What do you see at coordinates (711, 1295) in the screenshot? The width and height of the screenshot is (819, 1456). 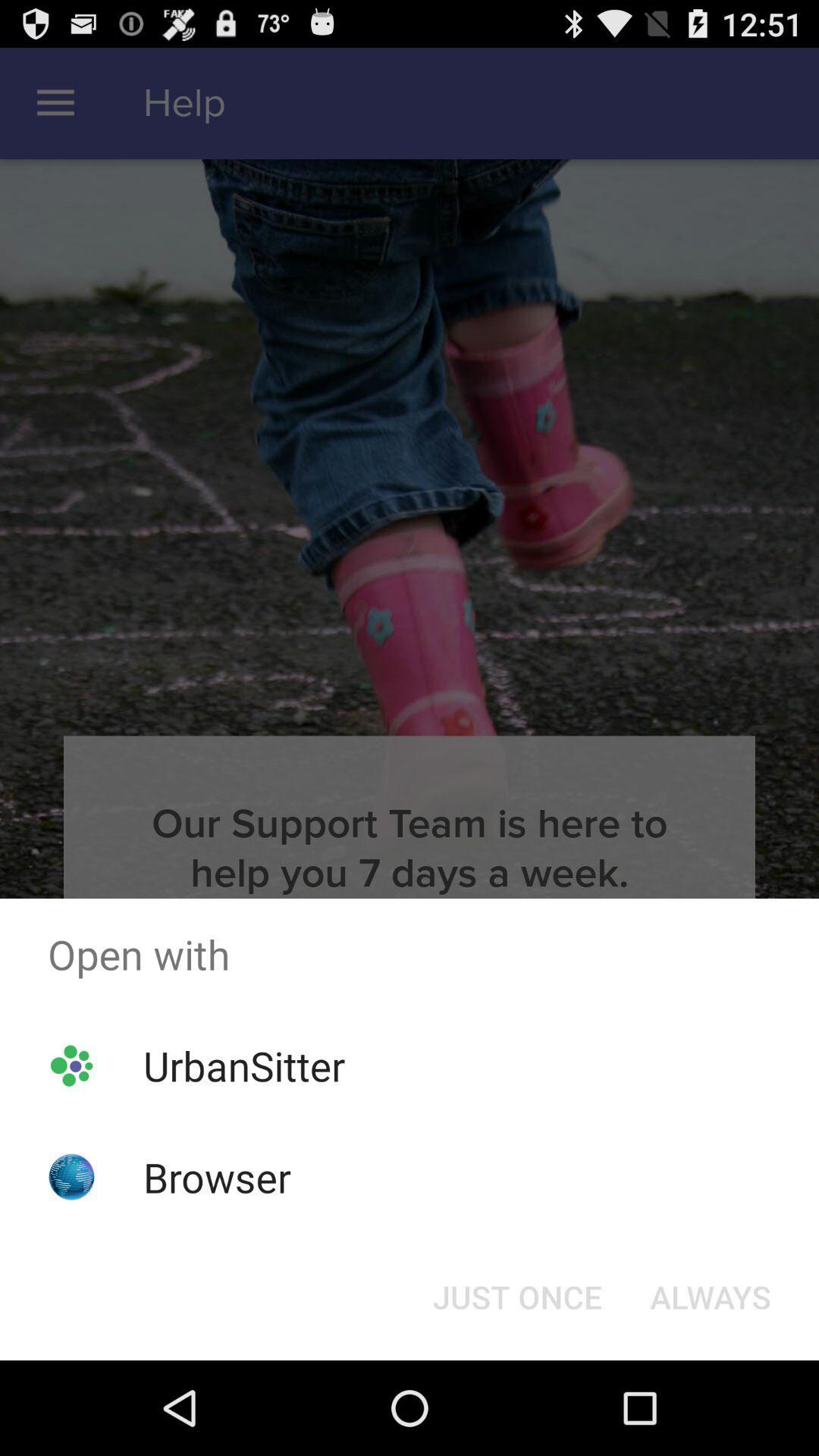 I see `button to the right of the just once` at bounding box center [711, 1295].